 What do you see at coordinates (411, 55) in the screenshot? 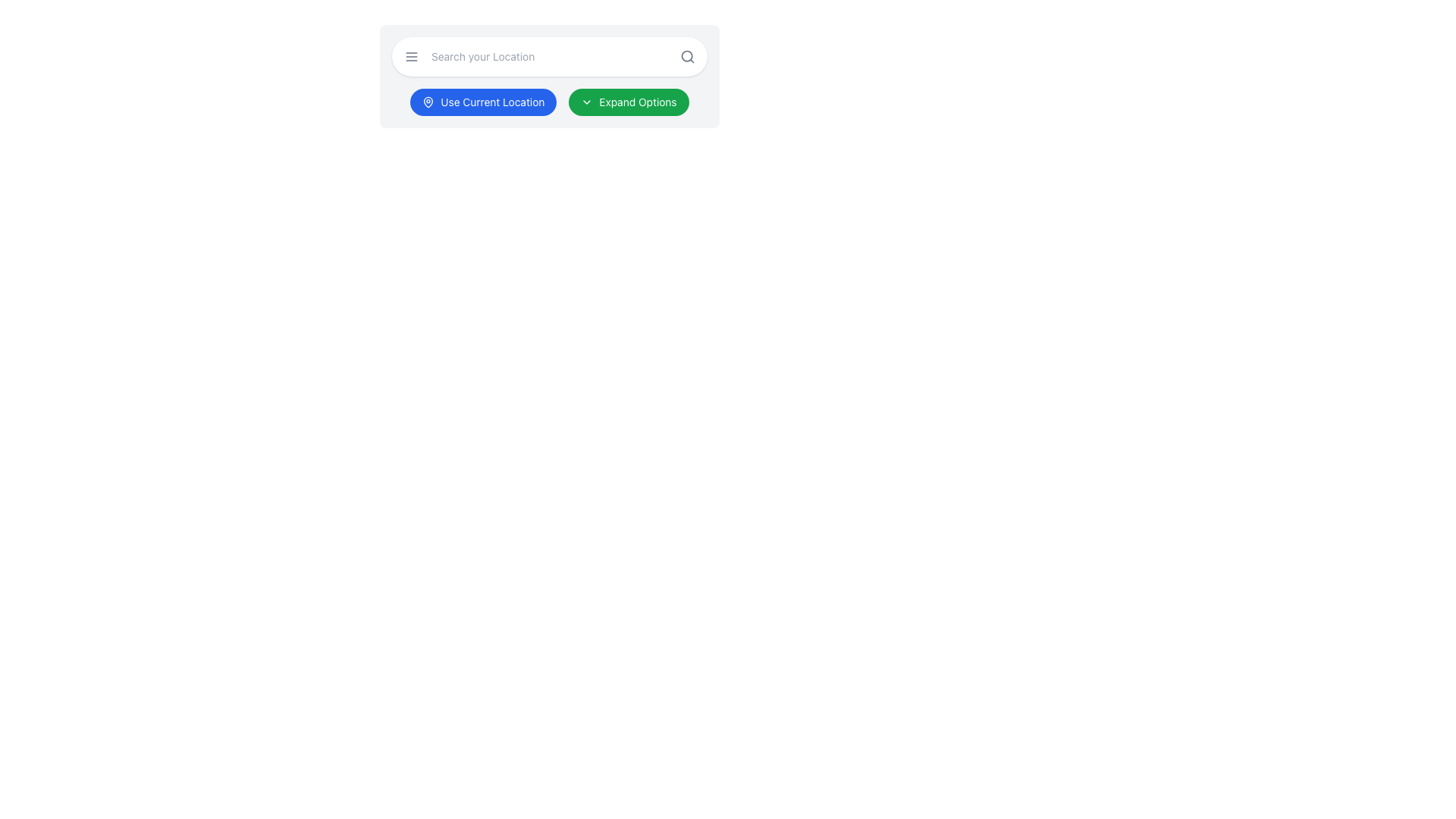
I see `the menu toggler button located at the far-left of the horizontal arrangement` at bounding box center [411, 55].